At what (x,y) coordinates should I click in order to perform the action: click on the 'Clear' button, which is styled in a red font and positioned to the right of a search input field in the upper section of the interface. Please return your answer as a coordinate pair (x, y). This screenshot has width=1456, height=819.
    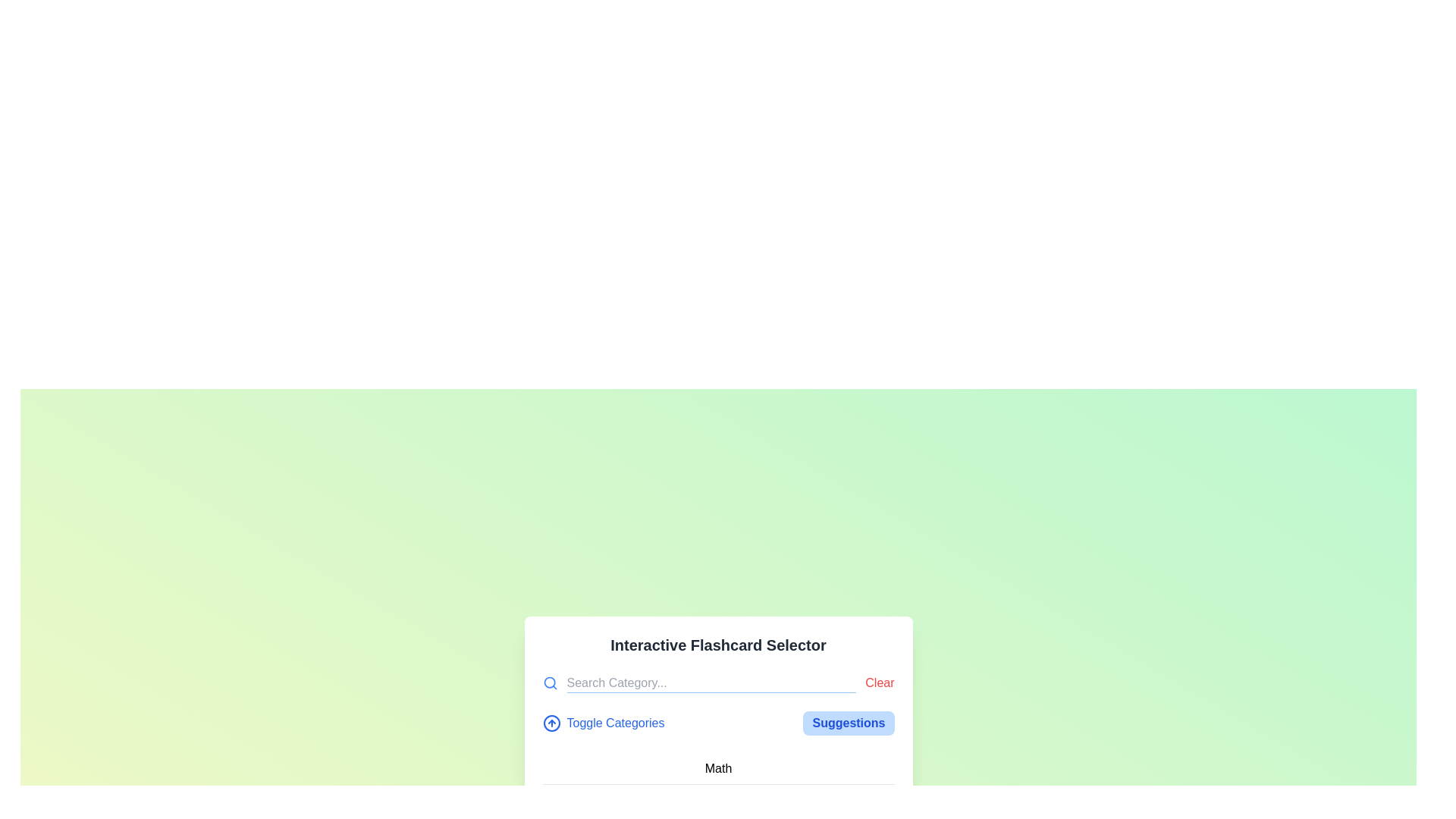
    Looking at the image, I should click on (880, 683).